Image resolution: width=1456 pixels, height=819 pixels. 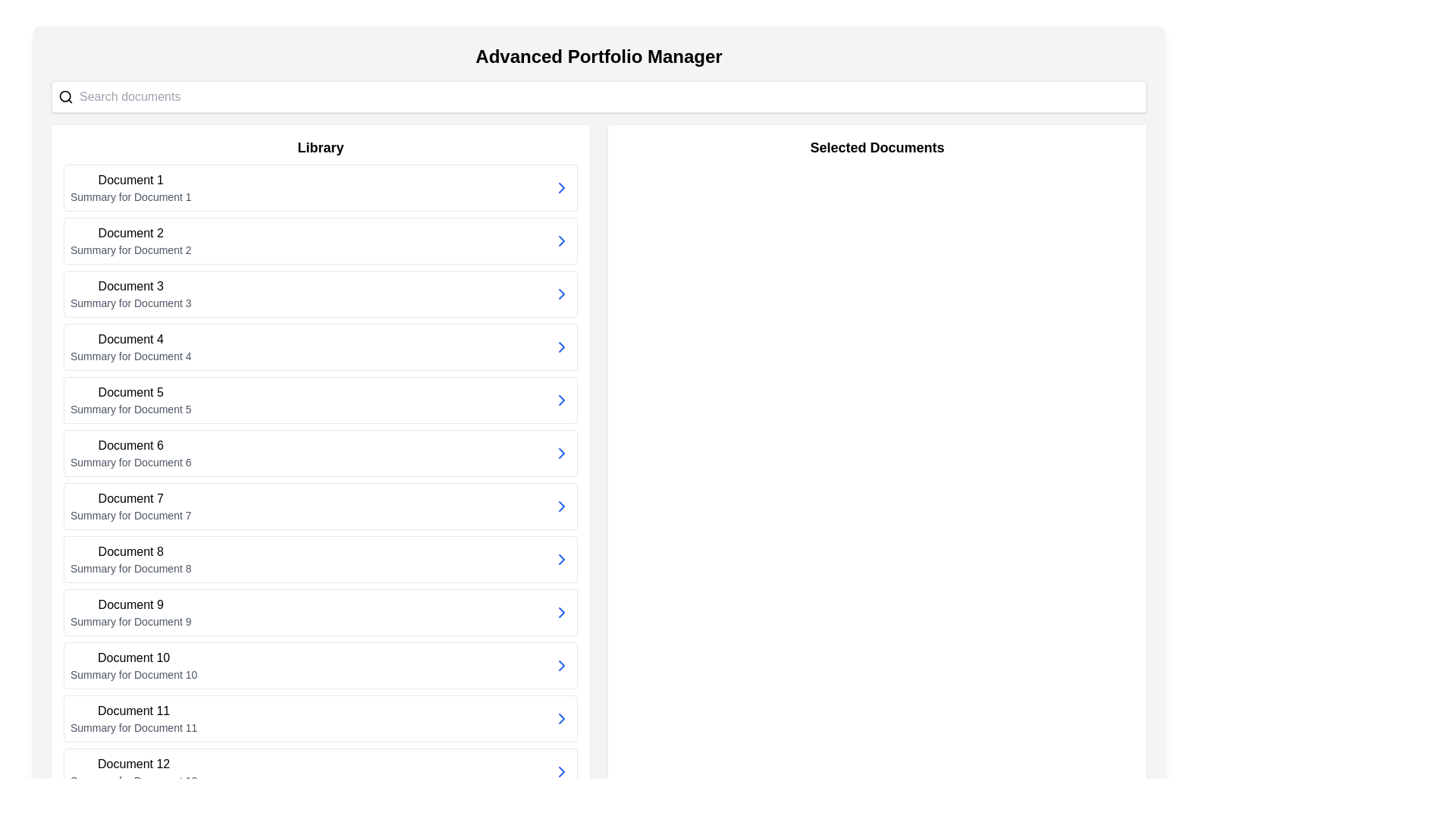 I want to click on the List entry for 'Document 10', so click(x=319, y=665).